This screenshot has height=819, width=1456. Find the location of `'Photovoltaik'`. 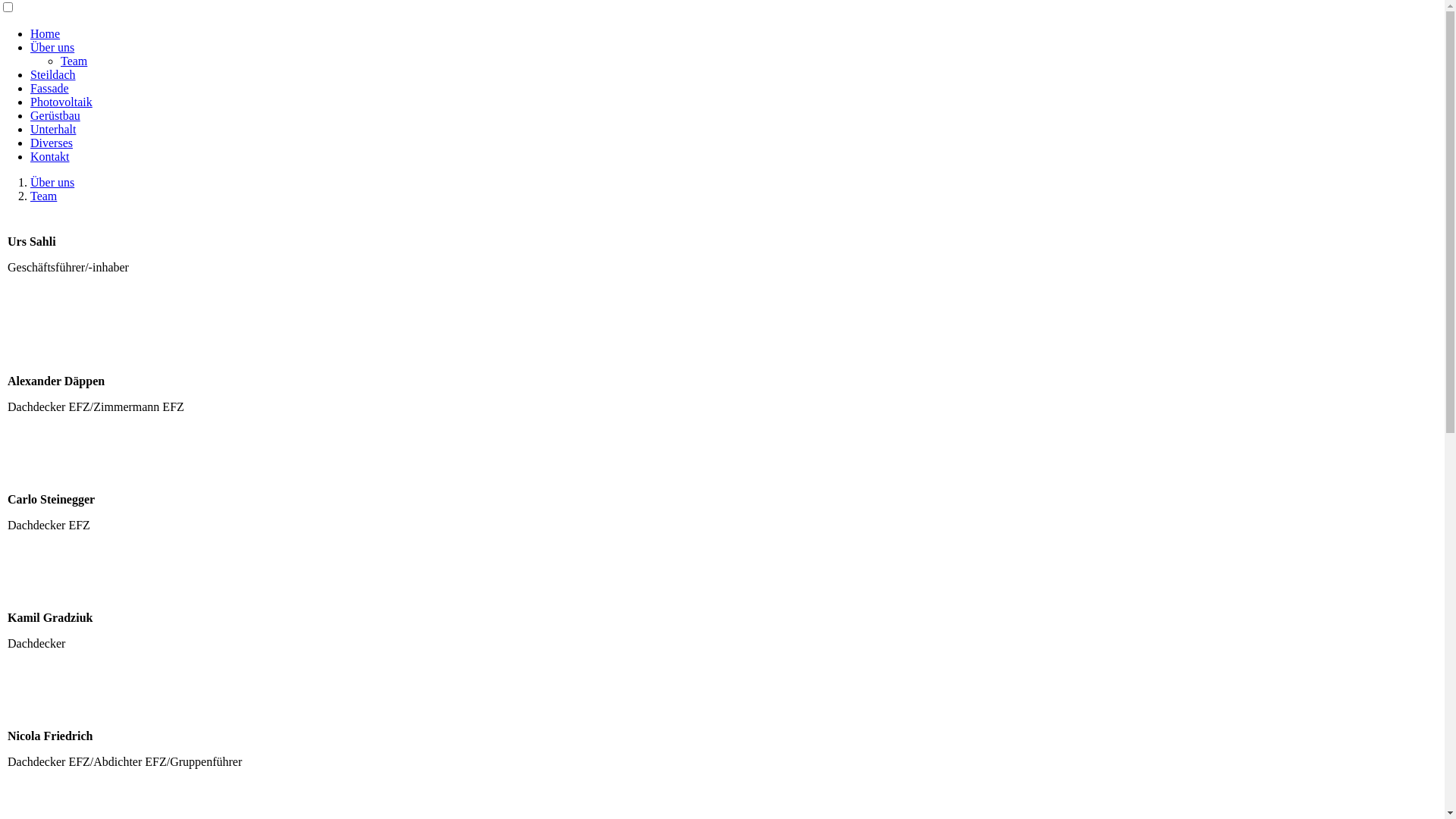

'Photovoltaik' is located at coordinates (61, 102).